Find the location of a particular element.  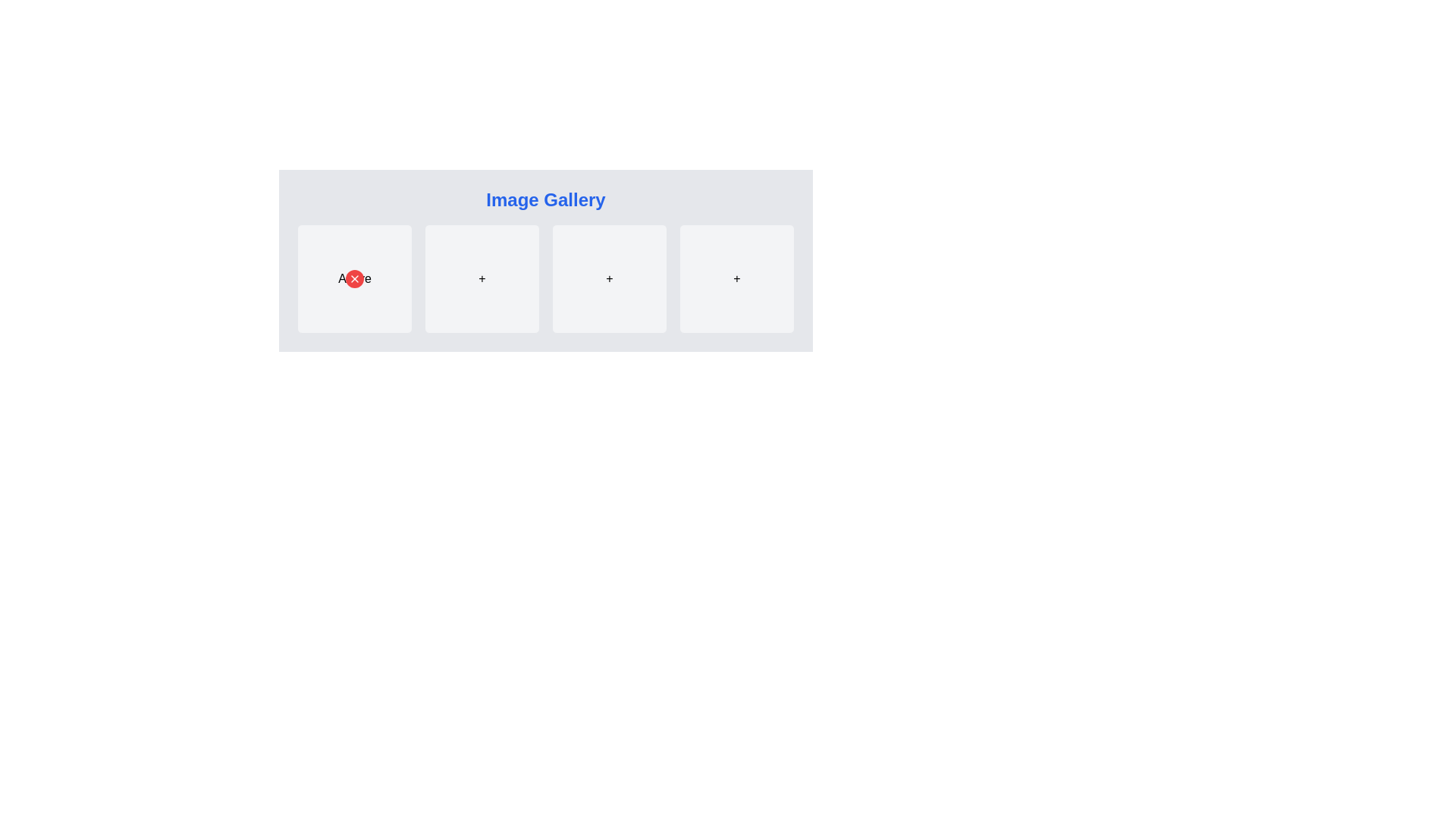

the fourth tile button in the 'Image Gallery' grid, which has a light gray background and a black '+' symbol is located at coordinates (736, 278).